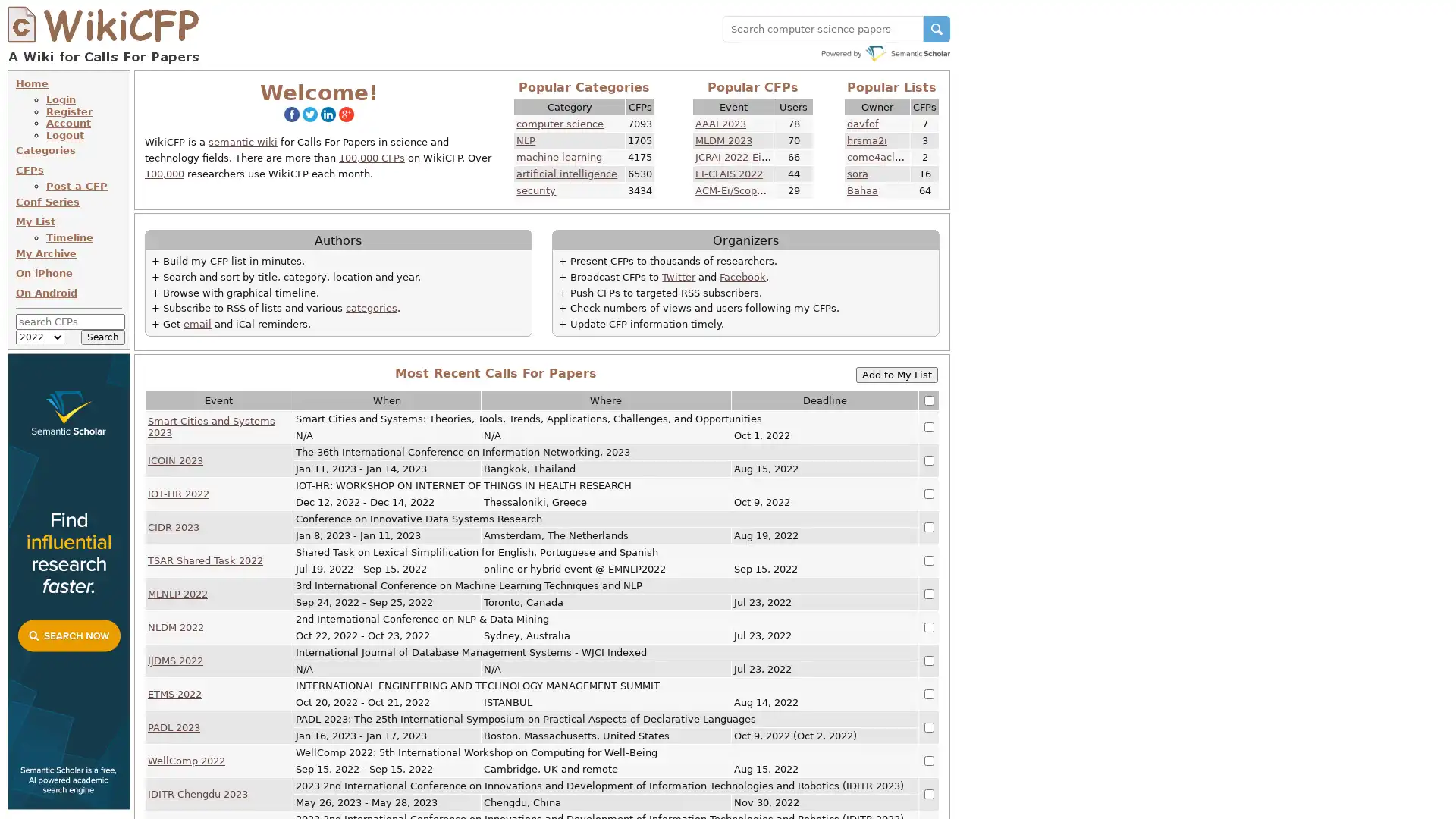 This screenshot has width=1456, height=819. I want to click on Add to My List, so click(896, 375).